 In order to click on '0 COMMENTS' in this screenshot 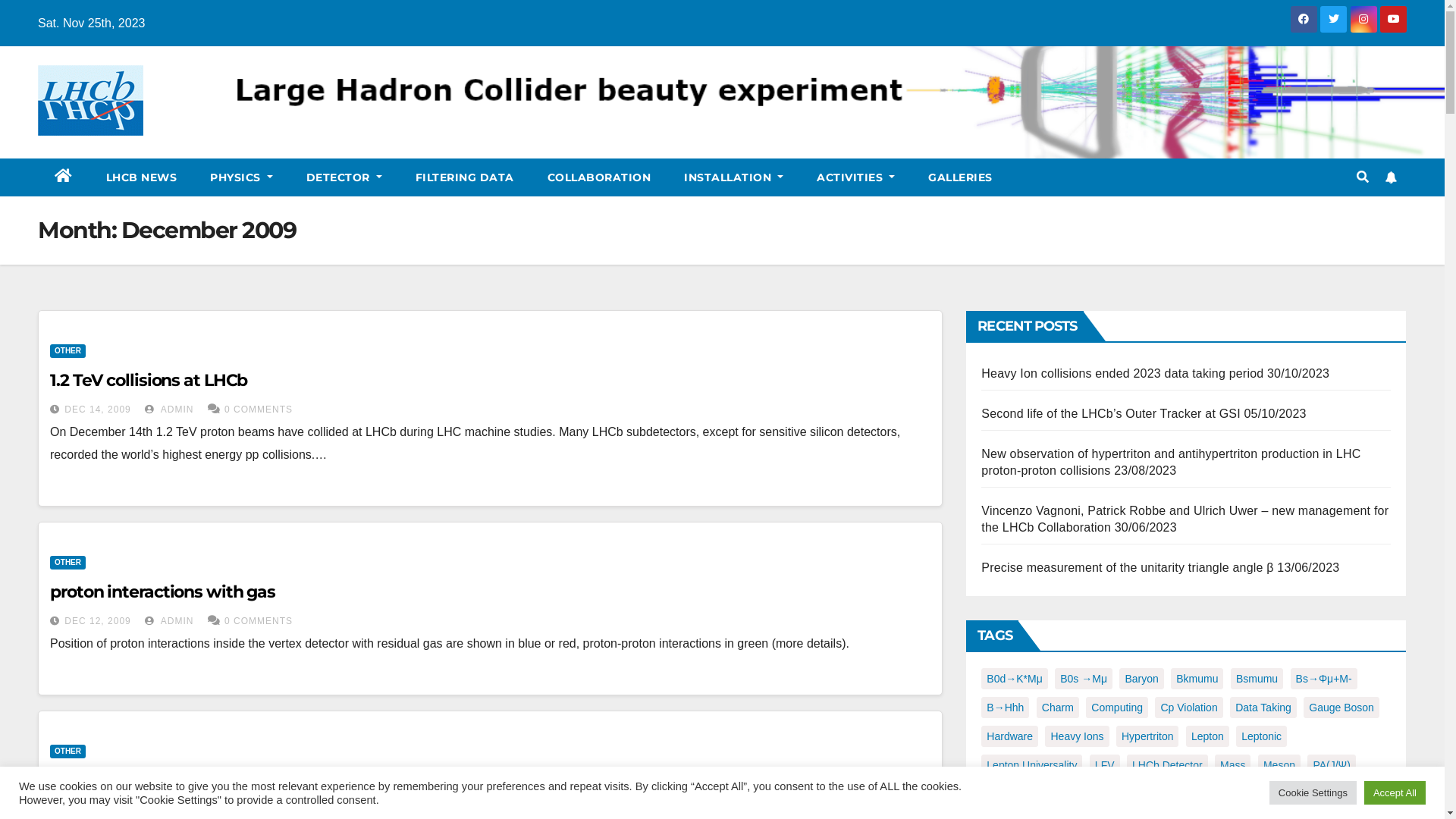, I will do `click(224, 409)`.